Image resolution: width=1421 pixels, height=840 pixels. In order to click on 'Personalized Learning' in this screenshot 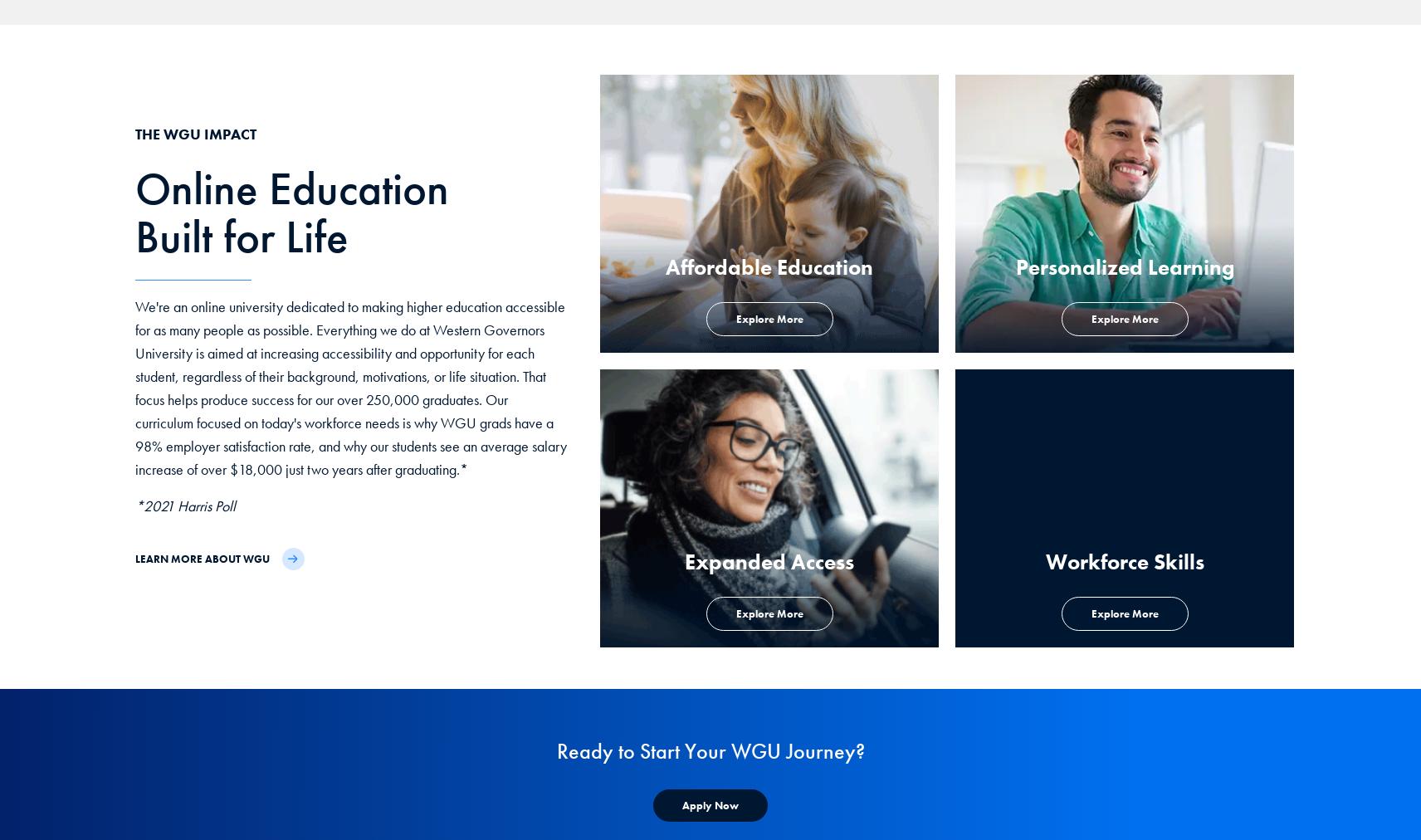, I will do `click(1123, 266)`.